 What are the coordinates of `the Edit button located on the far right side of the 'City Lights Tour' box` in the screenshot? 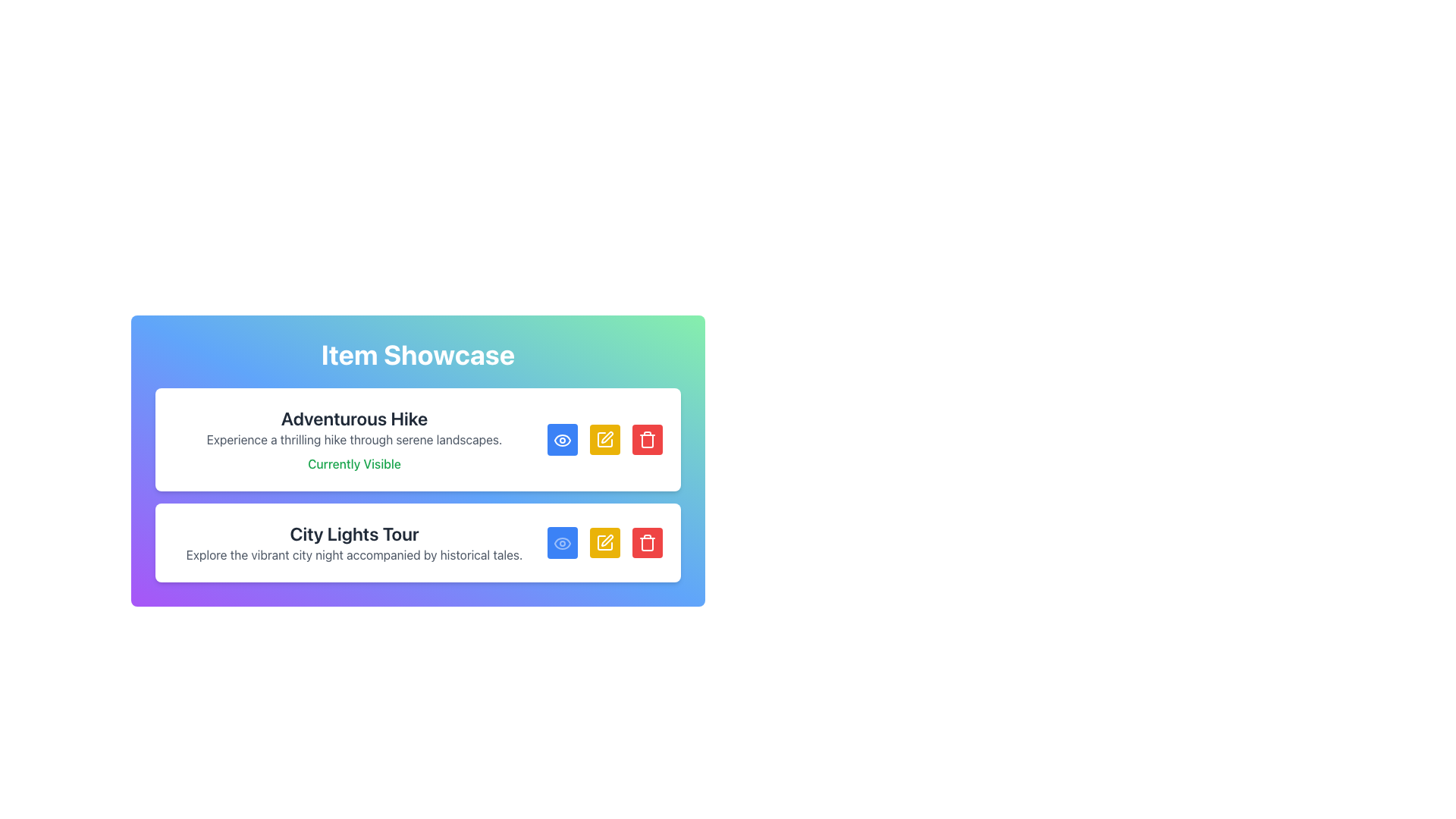 It's located at (604, 542).